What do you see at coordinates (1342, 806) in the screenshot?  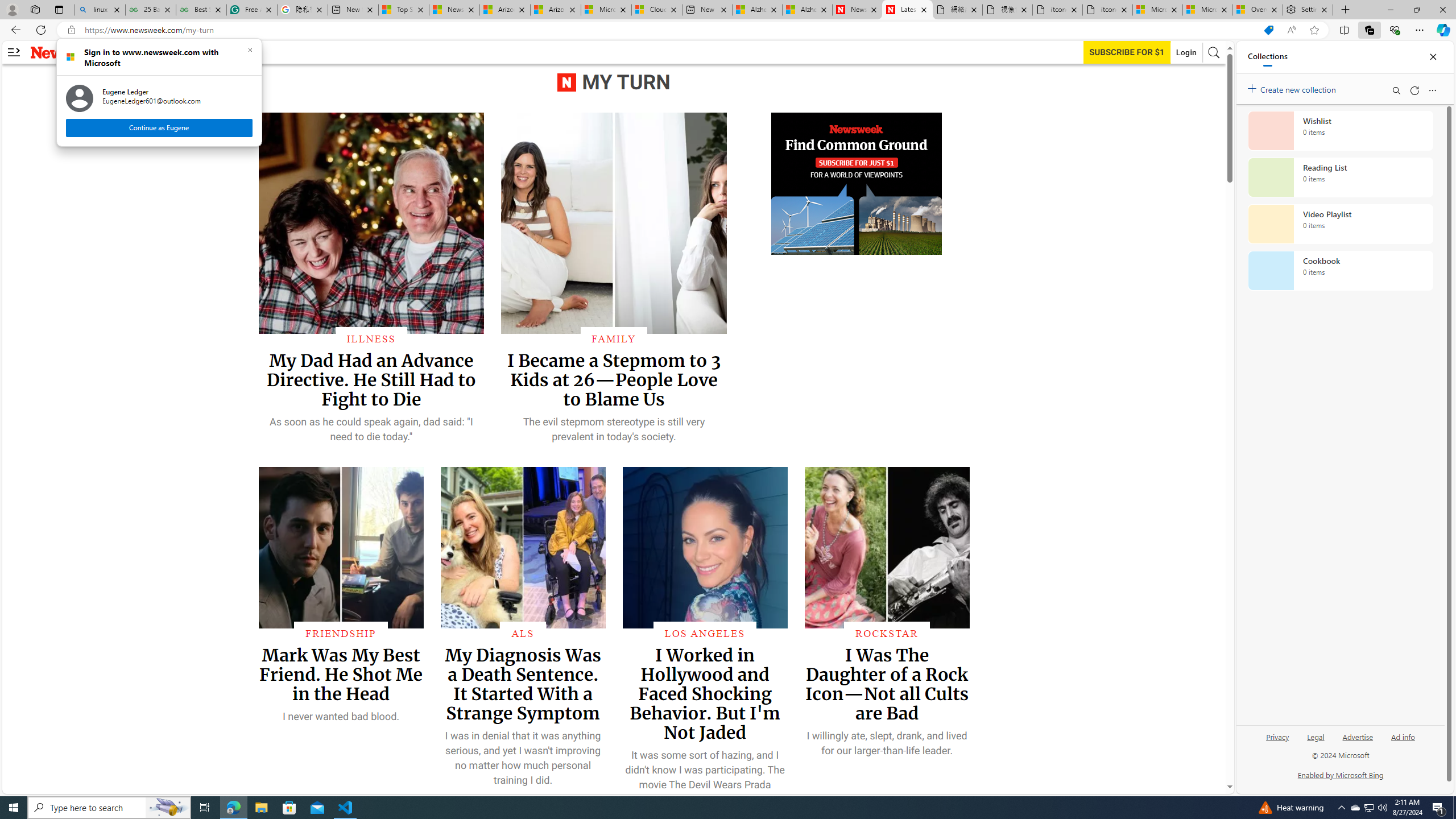 I see `'Notification Chevron'` at bounding box center [1342, 806].